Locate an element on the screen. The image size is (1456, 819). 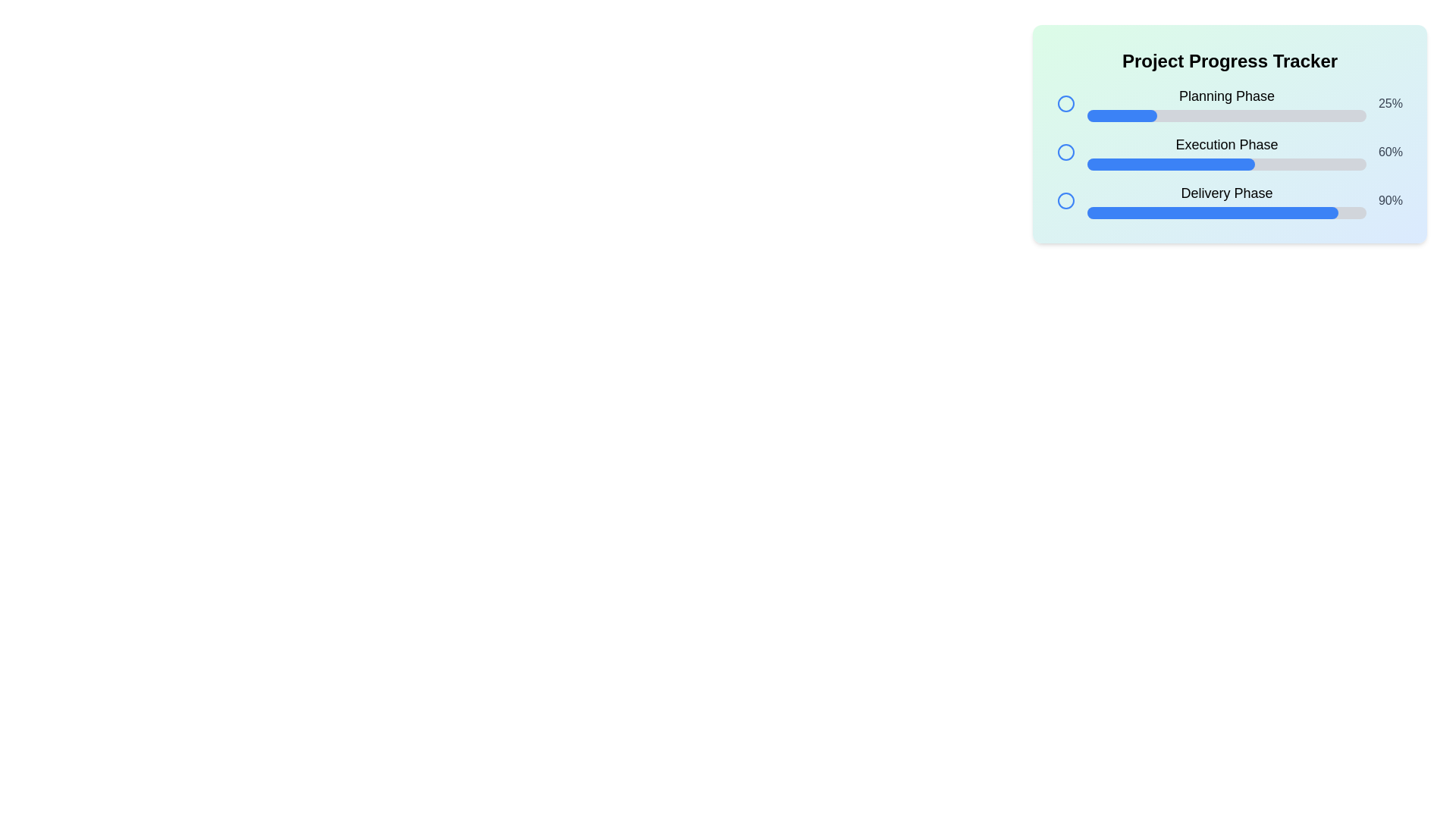
information displayed in the list entry labeled 'Planning Phase', which includes a progress bar indicating 25% completion and a circular icon to the left is located at coordinates (1226, 103).